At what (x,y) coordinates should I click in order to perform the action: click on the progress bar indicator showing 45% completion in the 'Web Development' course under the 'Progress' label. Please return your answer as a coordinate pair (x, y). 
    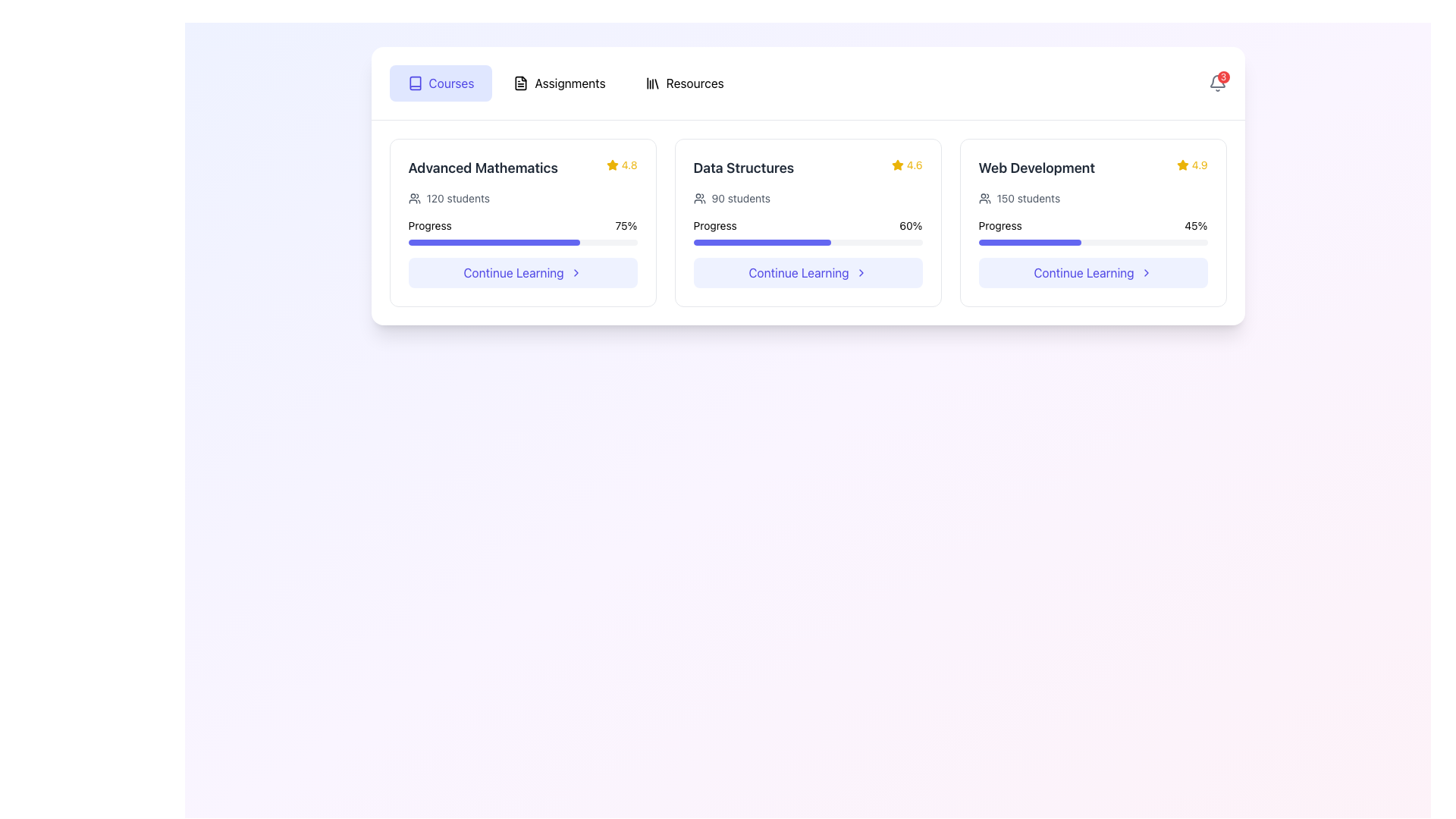
    Looking at the image, I should click on (1030, 242).